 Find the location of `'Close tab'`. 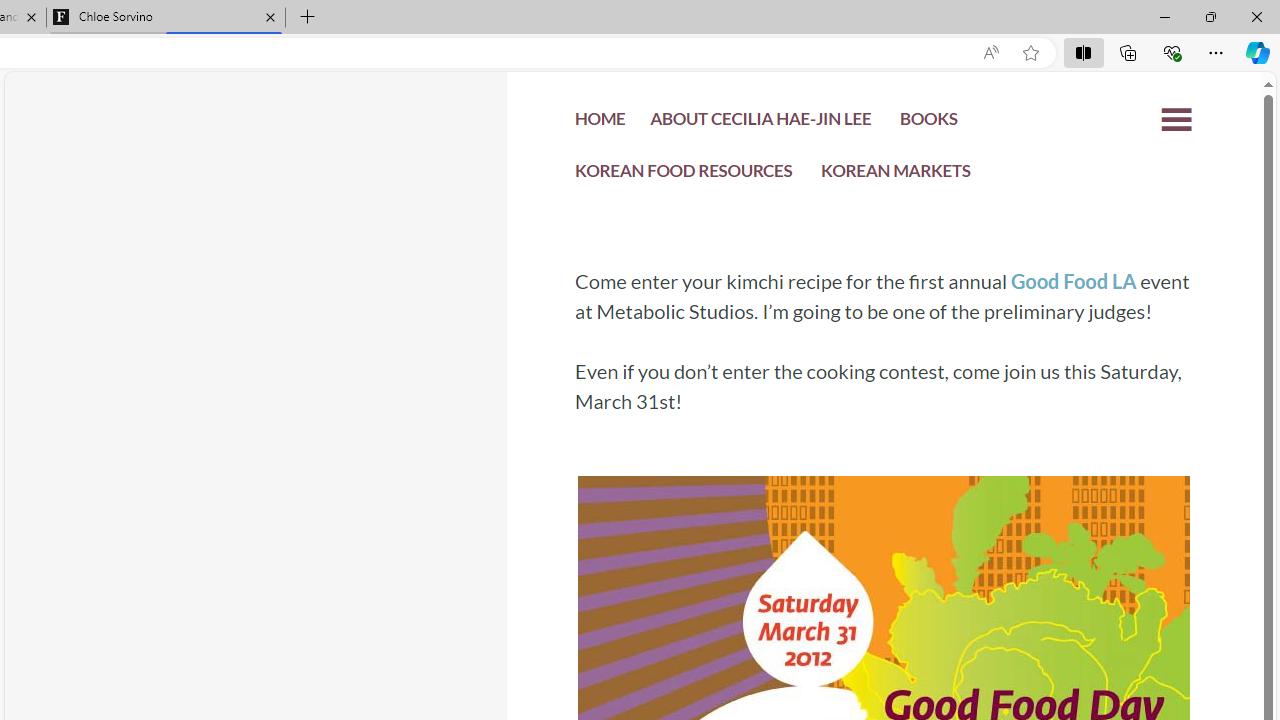

'Close tab' is located at coordinates (269, 17).